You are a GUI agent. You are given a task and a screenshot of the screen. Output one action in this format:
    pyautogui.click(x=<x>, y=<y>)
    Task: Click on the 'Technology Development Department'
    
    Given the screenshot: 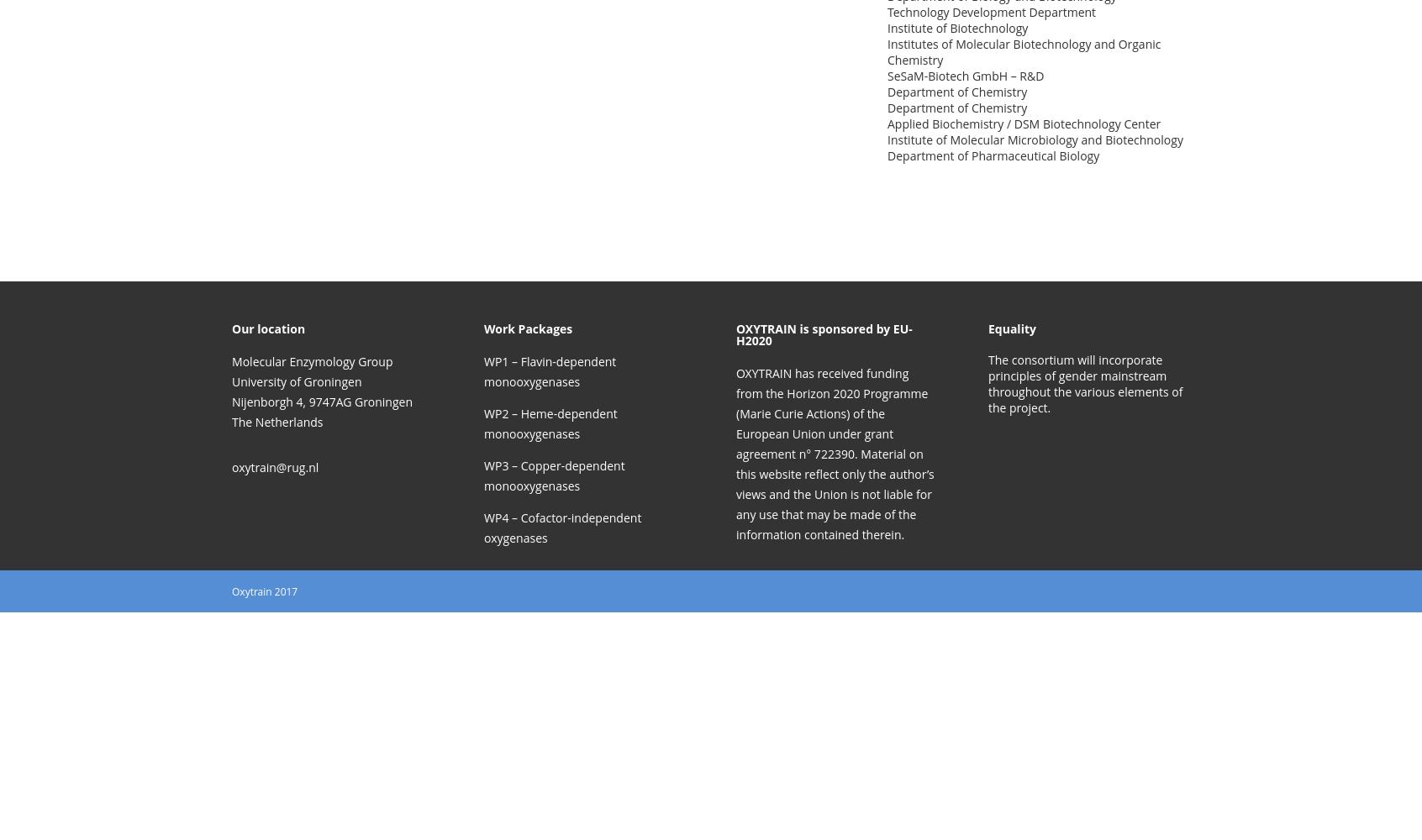 What is the action you would take?
    pyautogui.click(x=991, y=12)
    